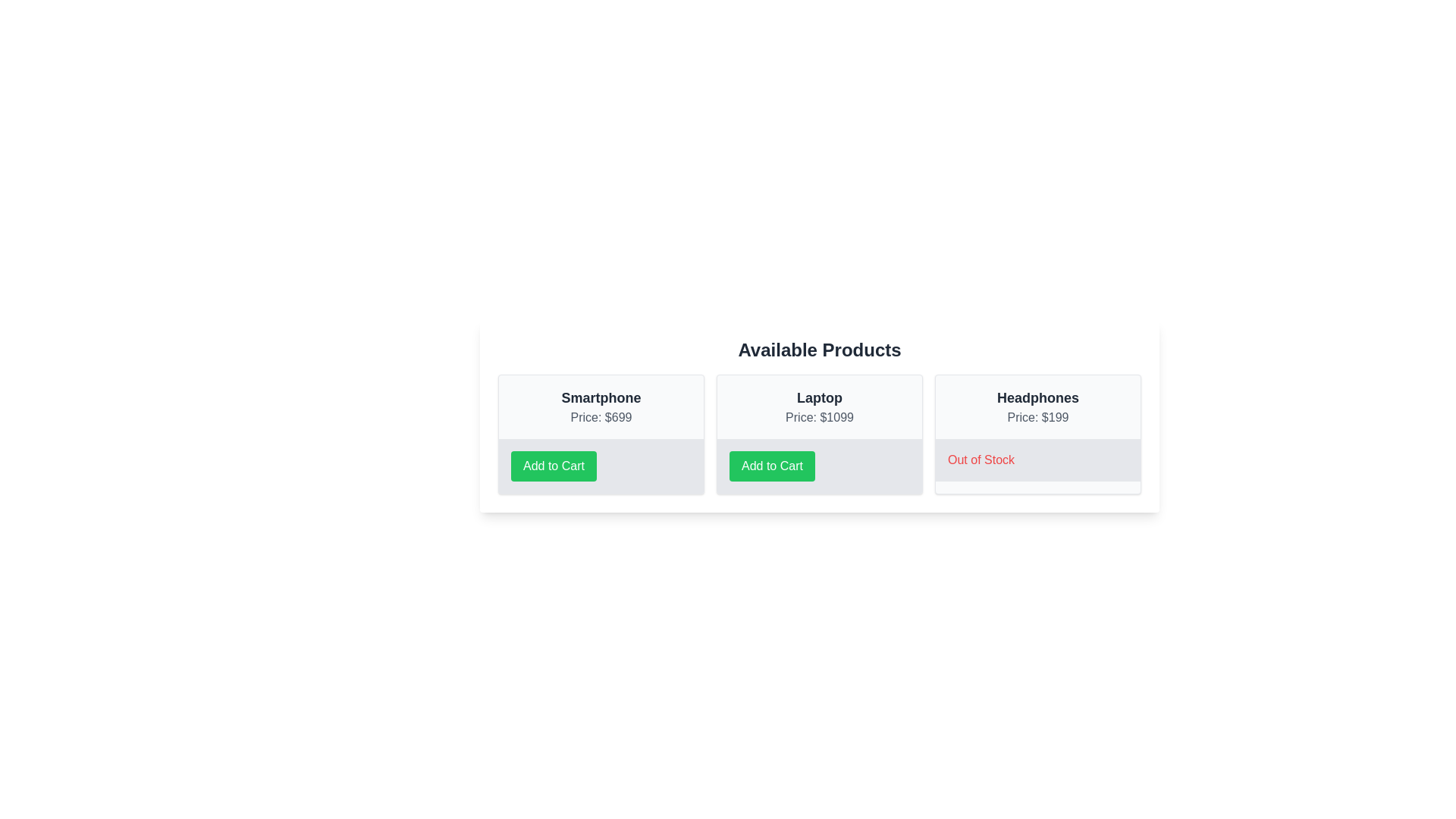 The height and width of the screenshot is (819, 1456). I want to click on text label displaying 'Headphones' which is styled in a bold, dark gray font and located at the top of the rightmost product card, so click(1037, 397).